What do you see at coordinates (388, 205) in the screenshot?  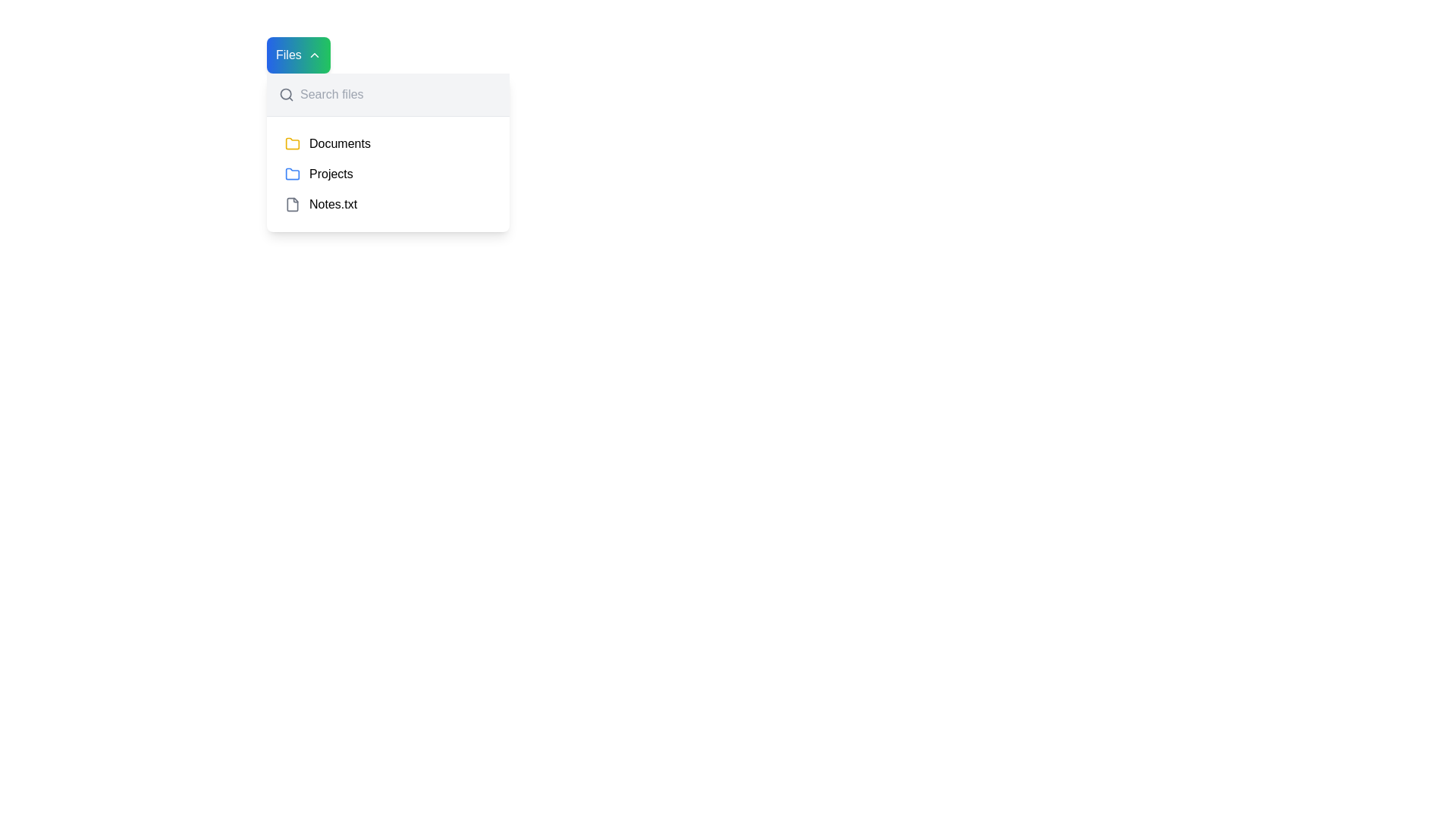 I see `the list item representing the file 'Notes.txt'` at bounding box center [388, 205].